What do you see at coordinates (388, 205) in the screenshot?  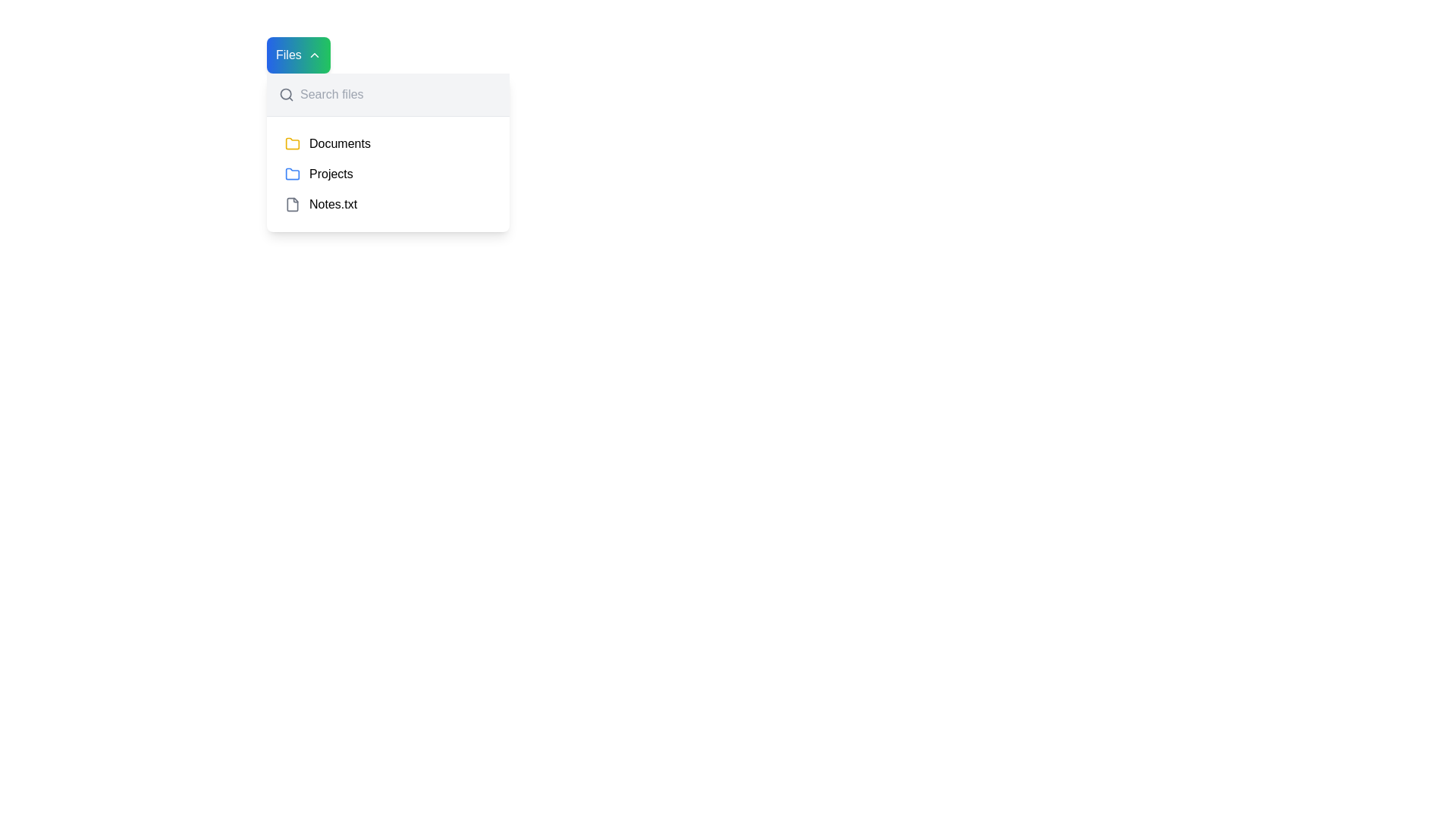 I see `the list item representing the file 'Notes.txt'` at bounding box center [388, 205].